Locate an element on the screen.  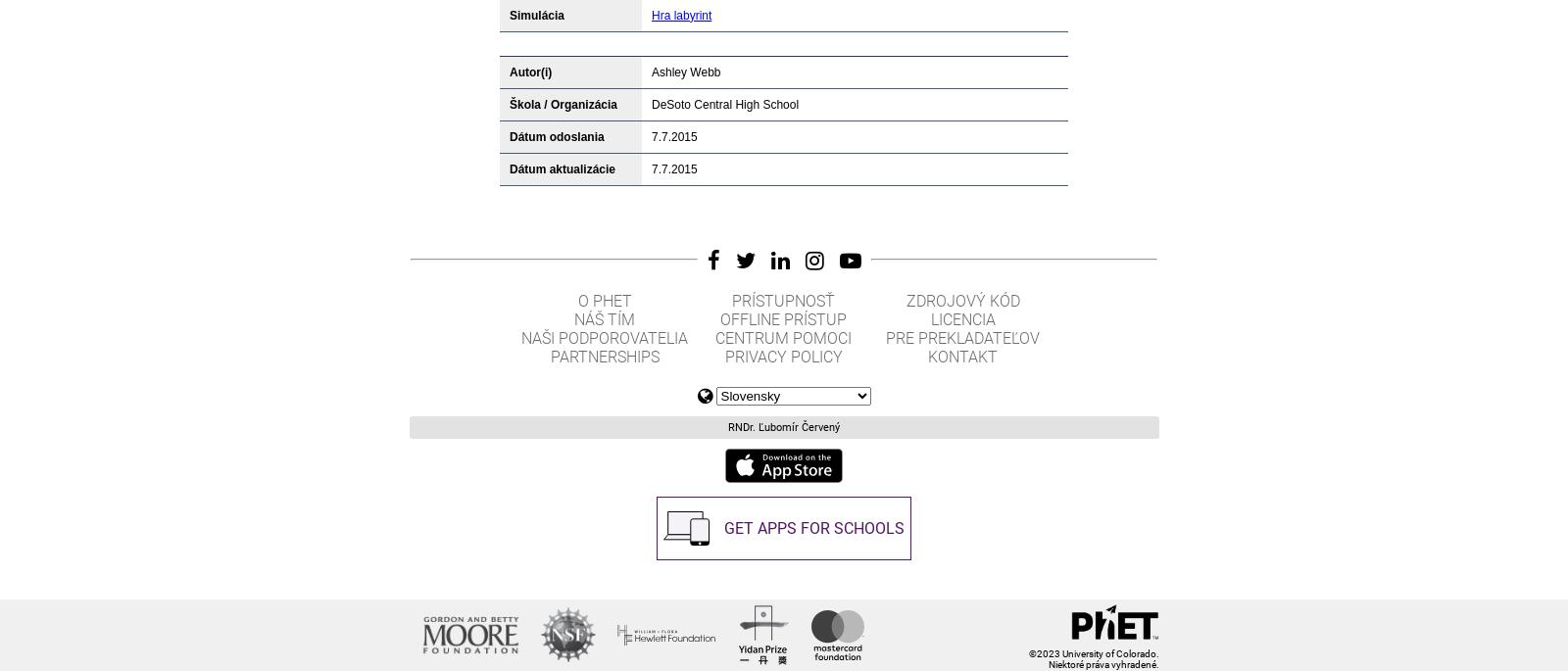
'Náš tím' is located at coordinates (604, 317).